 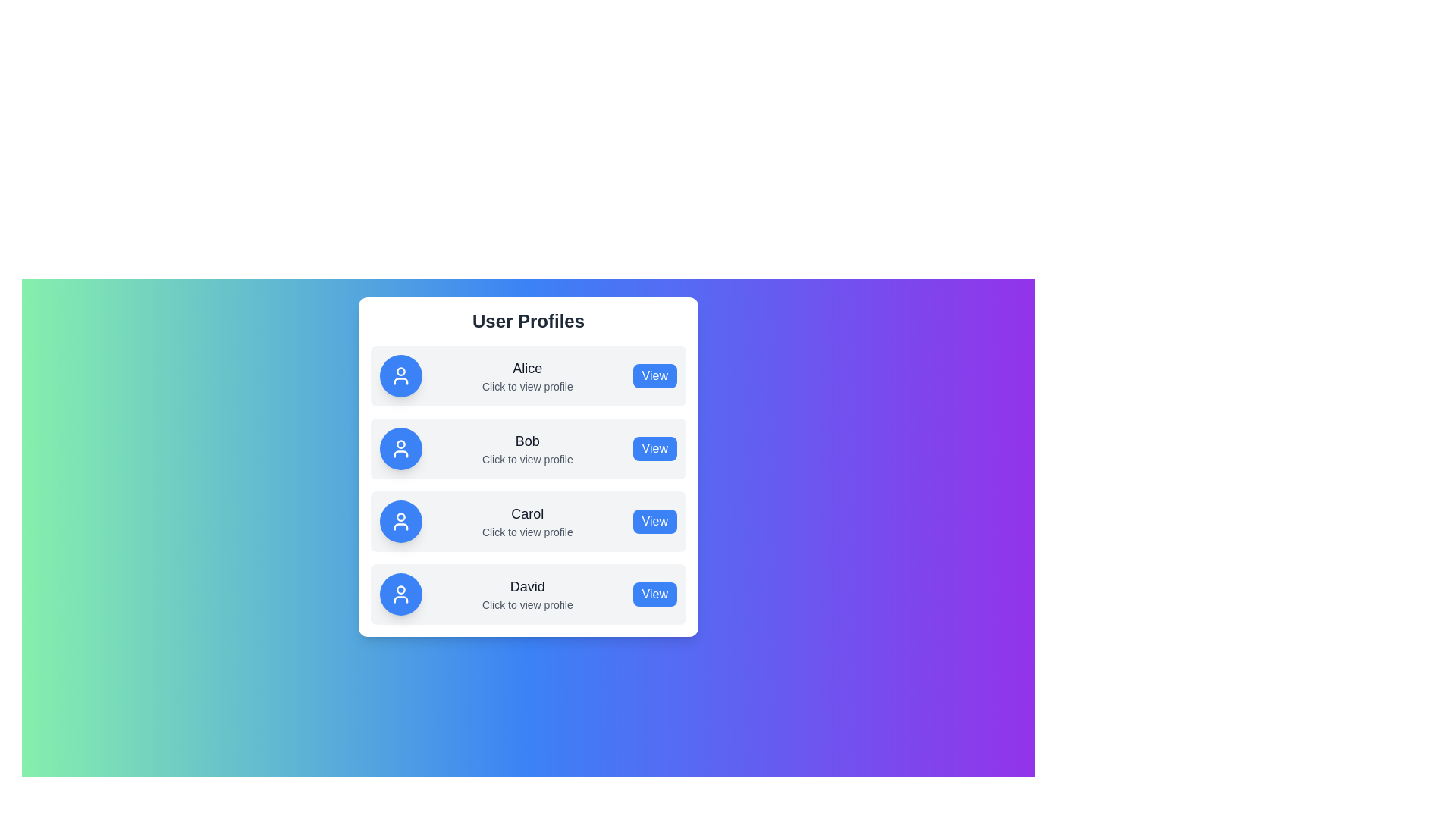 I want to click on the user profile SVG icon representing a user, which is located, so click(x=400, y=593).